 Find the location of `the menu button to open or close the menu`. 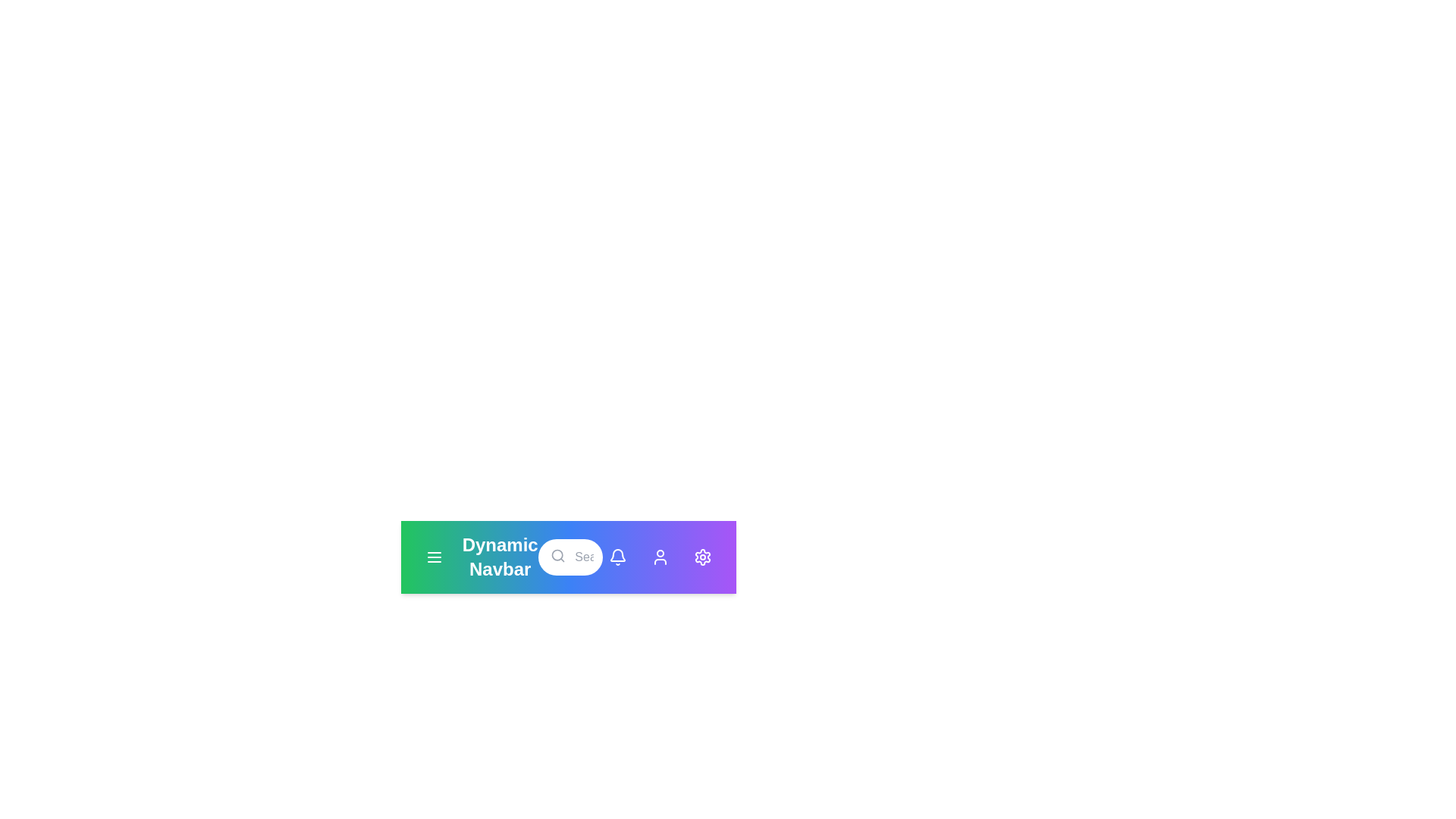

the menu button to open or close the menu is located at coordinates (433, 557).